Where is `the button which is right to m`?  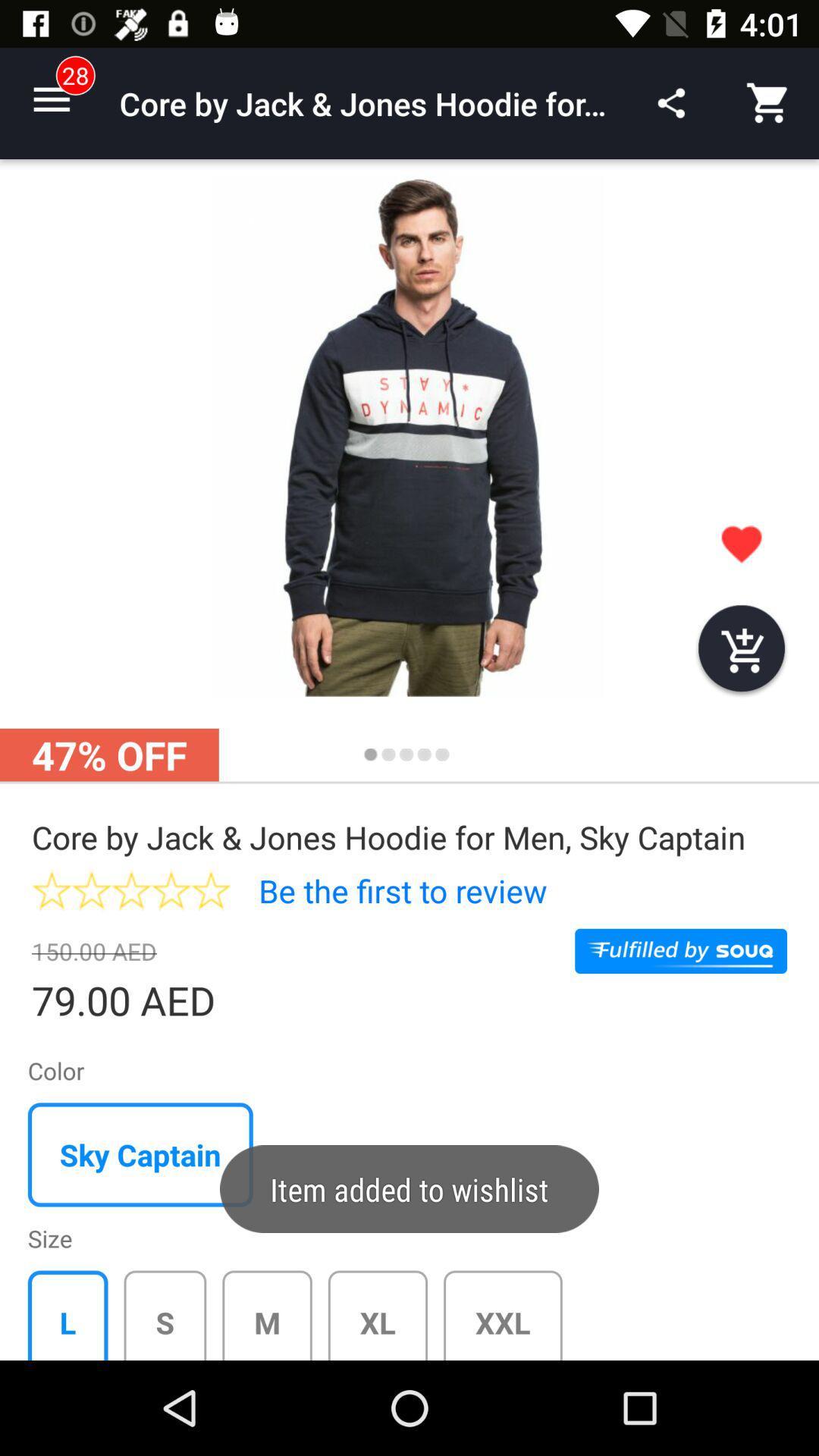 the button which is right to m is located at coordinates (385, 1314).